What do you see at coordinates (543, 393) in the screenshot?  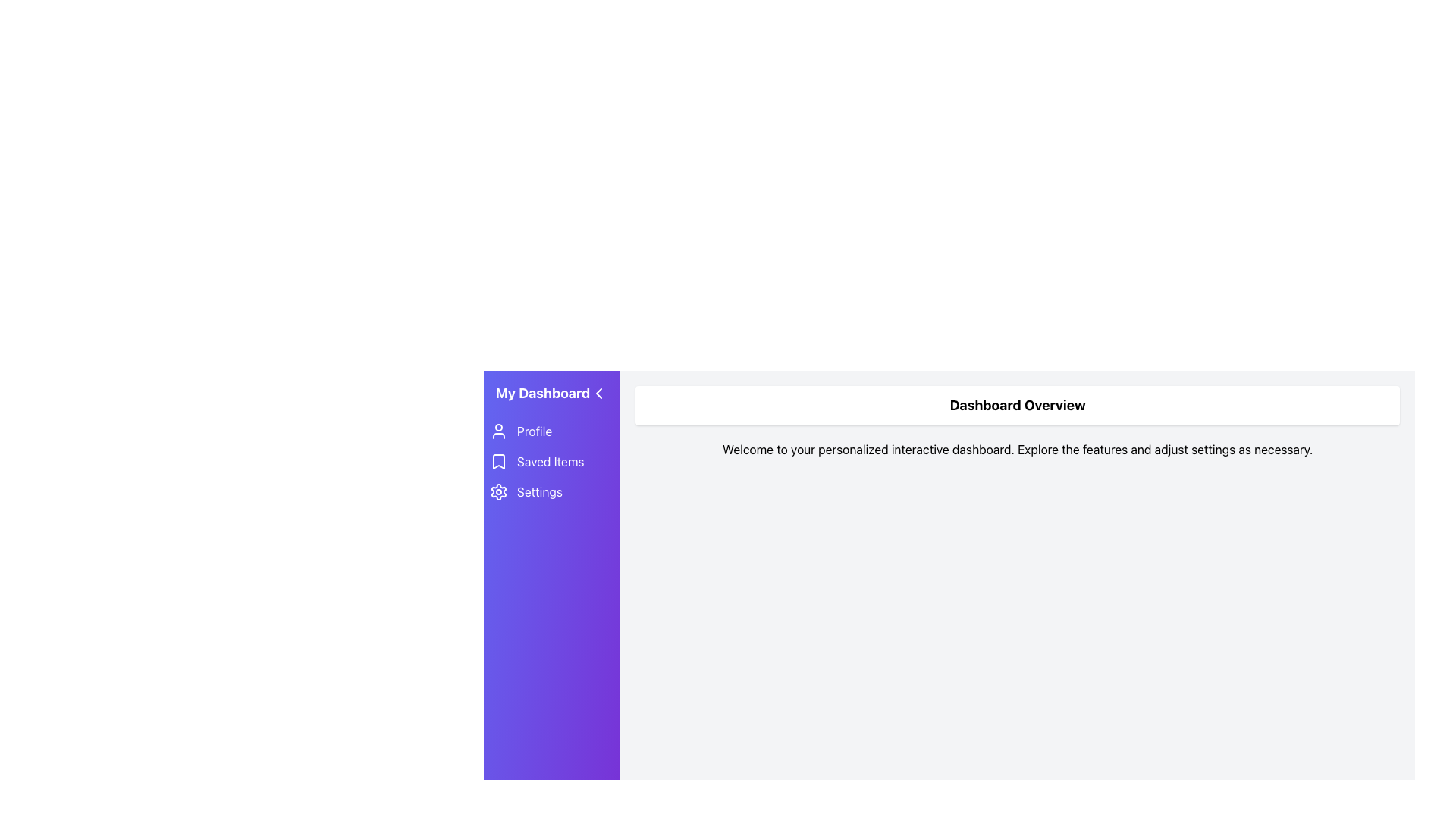 I see `the header text element that serves as the title for the dashboard section, positioned between the navigation icon on the left and the content area on the right` at bounding box center [543, 393].